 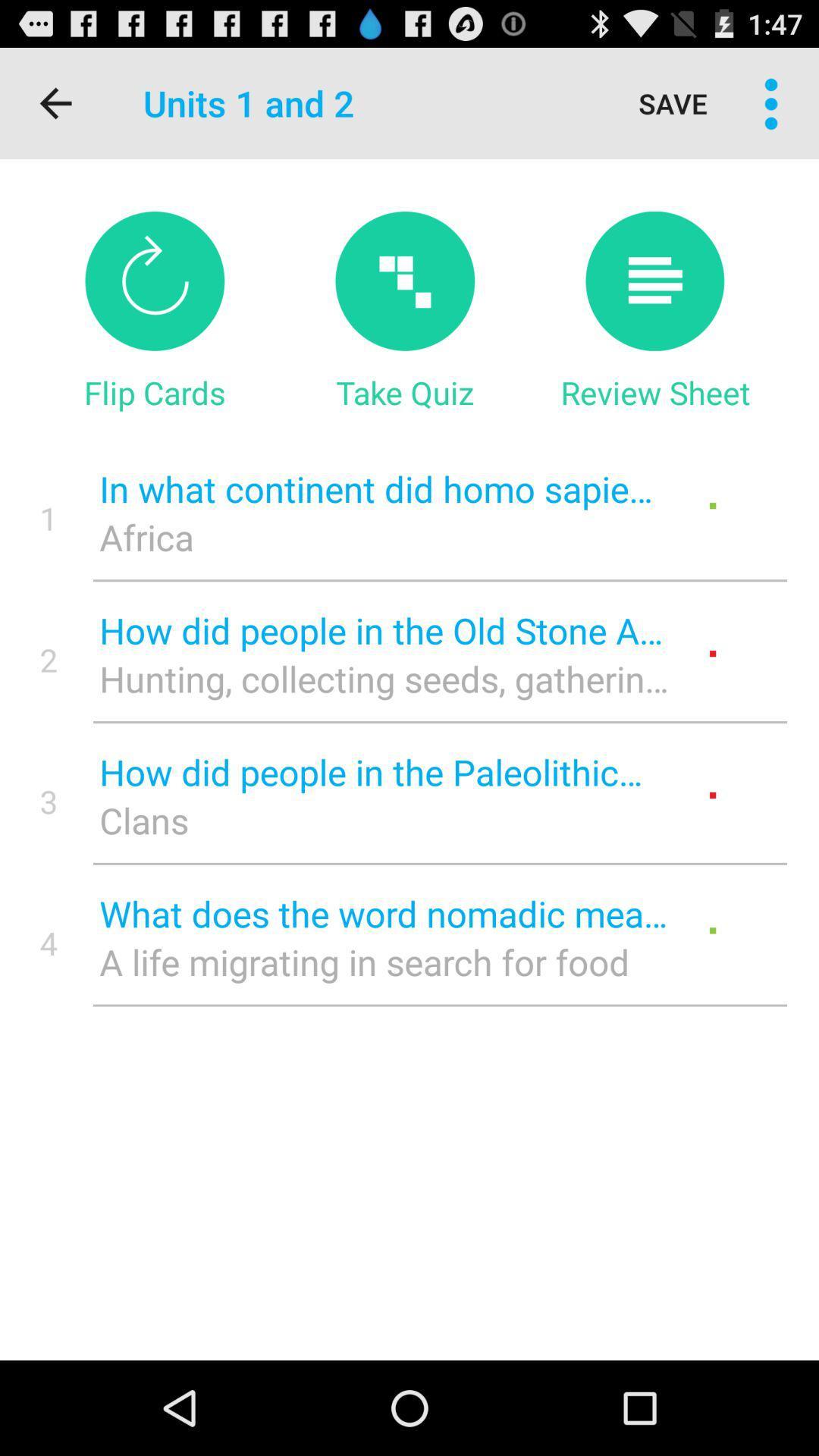 I want to click on the item above the in what continent item, so click(x=654, y=392).